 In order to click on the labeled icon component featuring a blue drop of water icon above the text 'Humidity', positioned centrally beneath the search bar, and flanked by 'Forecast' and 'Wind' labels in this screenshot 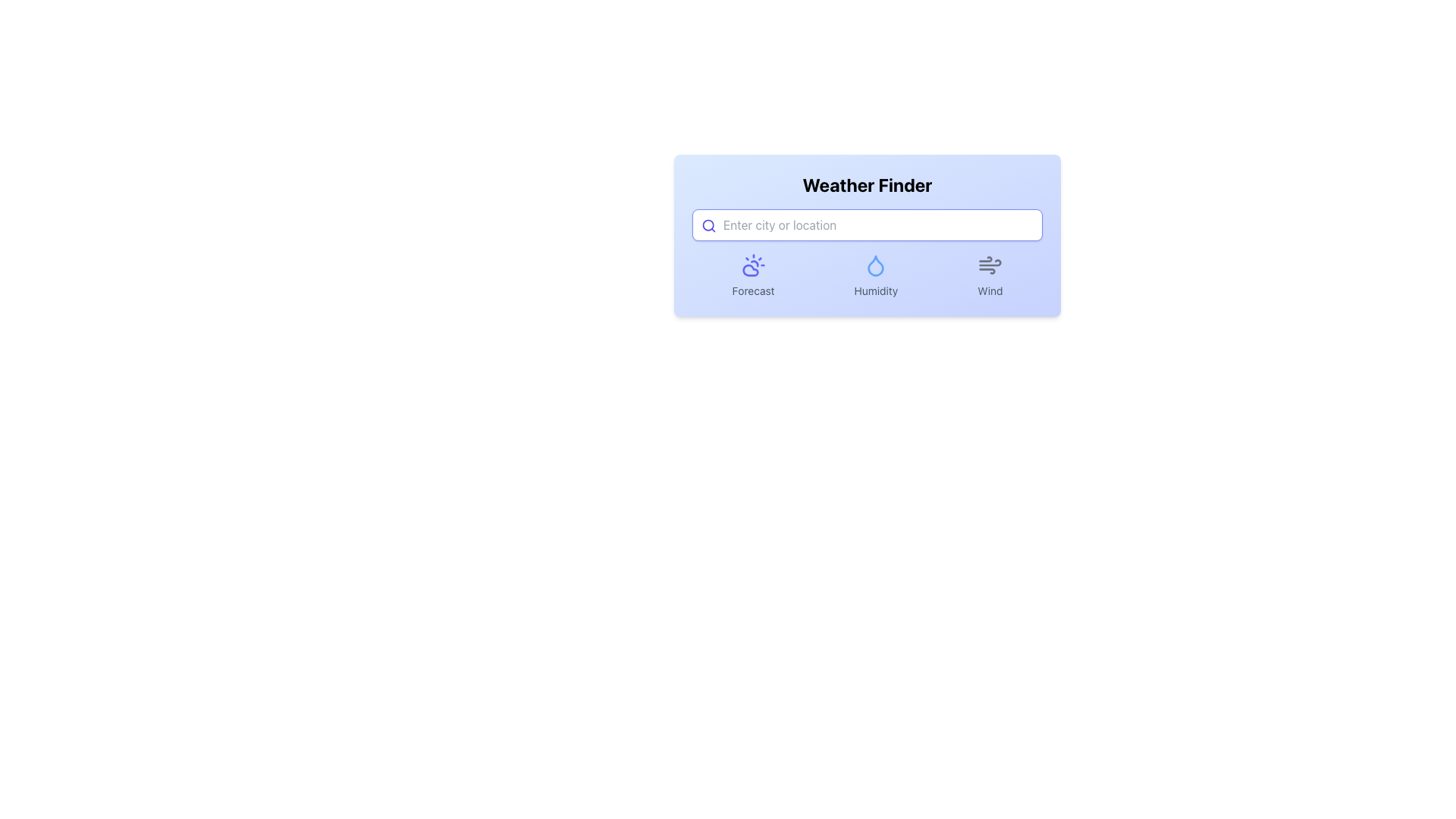, I will do `click(876, 275)`.